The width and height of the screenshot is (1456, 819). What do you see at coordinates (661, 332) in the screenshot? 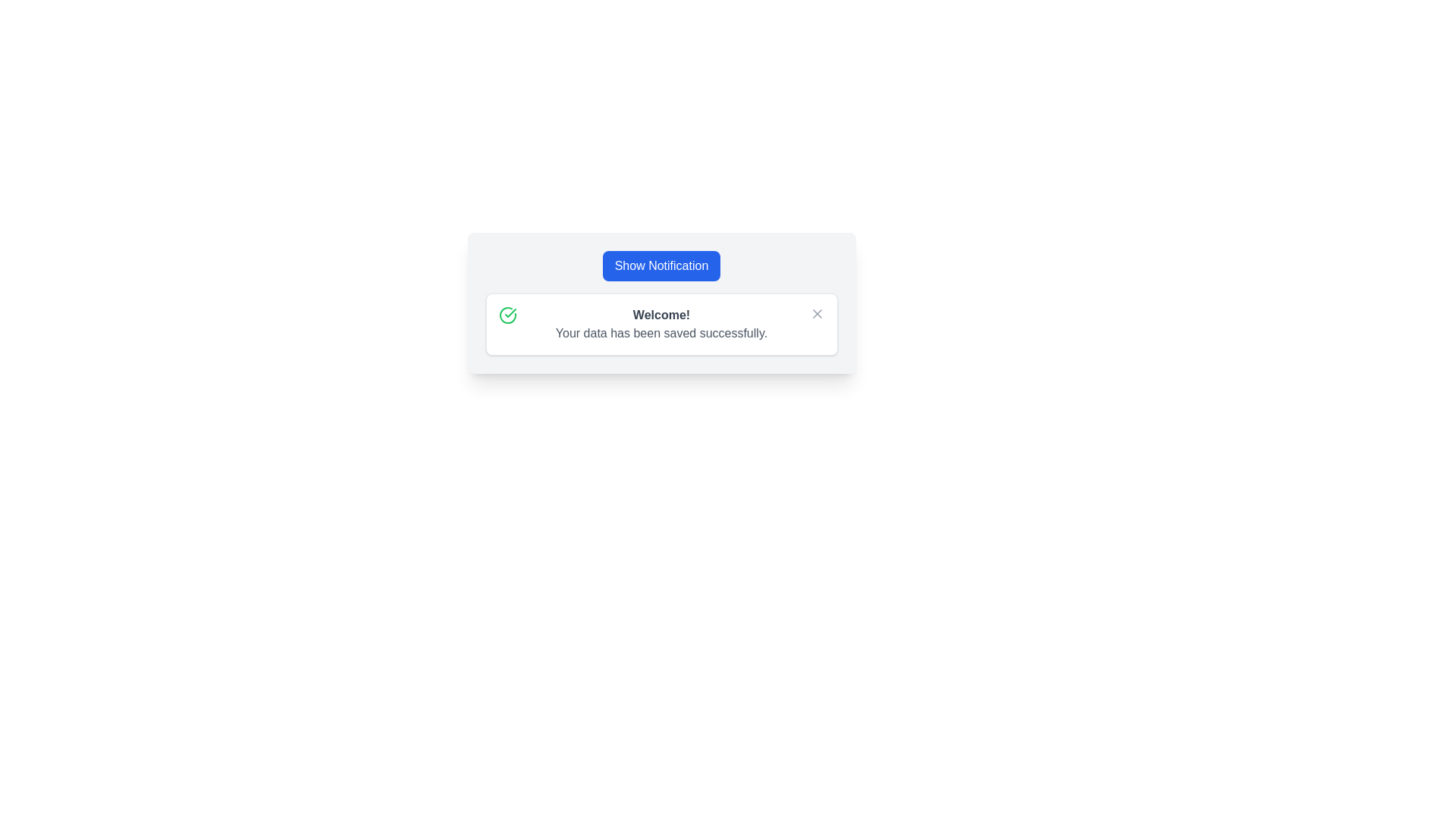
I see `informational message displayed in the text label located directly below the 'Welcome!' text in the notification box` at bounding box center [661, 332].